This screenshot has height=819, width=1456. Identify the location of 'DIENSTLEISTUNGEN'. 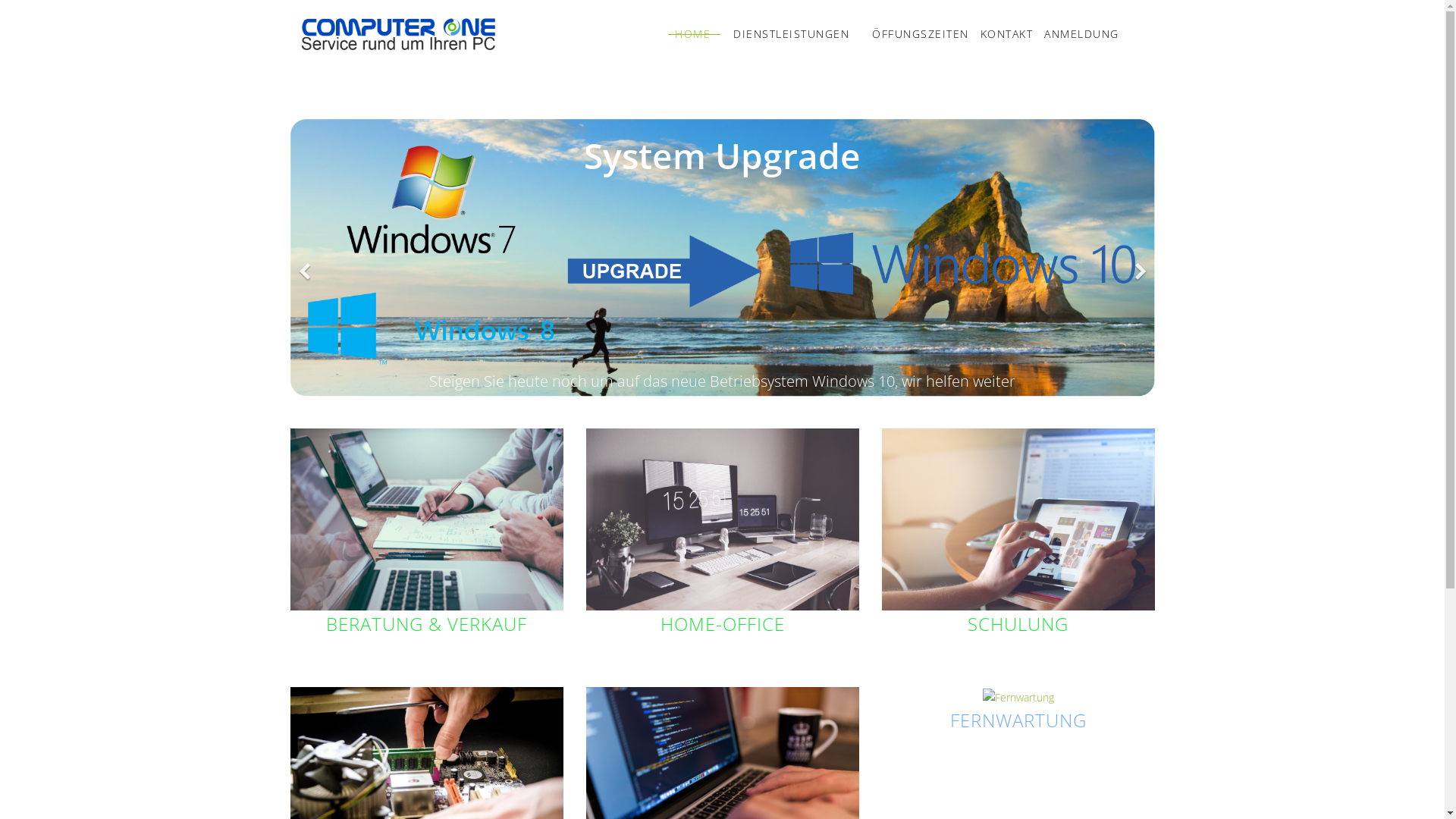
(720, 34).